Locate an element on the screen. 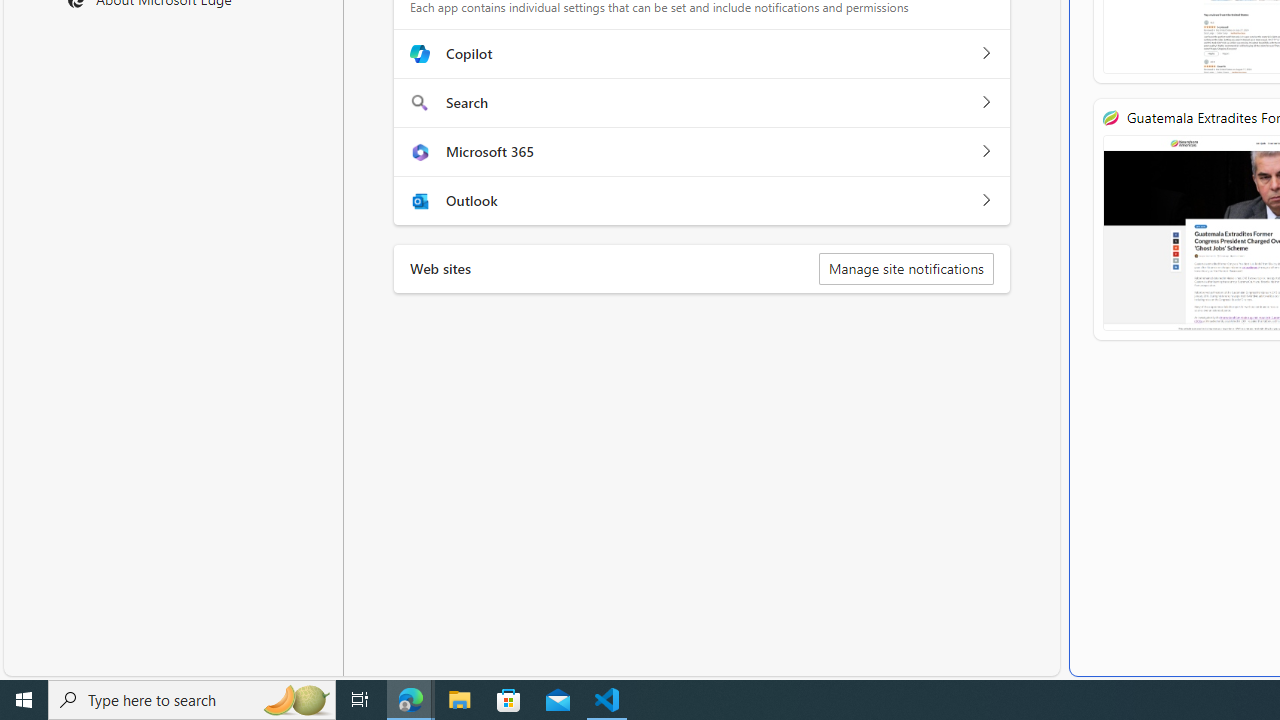 The height and width of the screenshot is (720, 1280). 'Manage site notifications' is located at coordinates (905, 267).